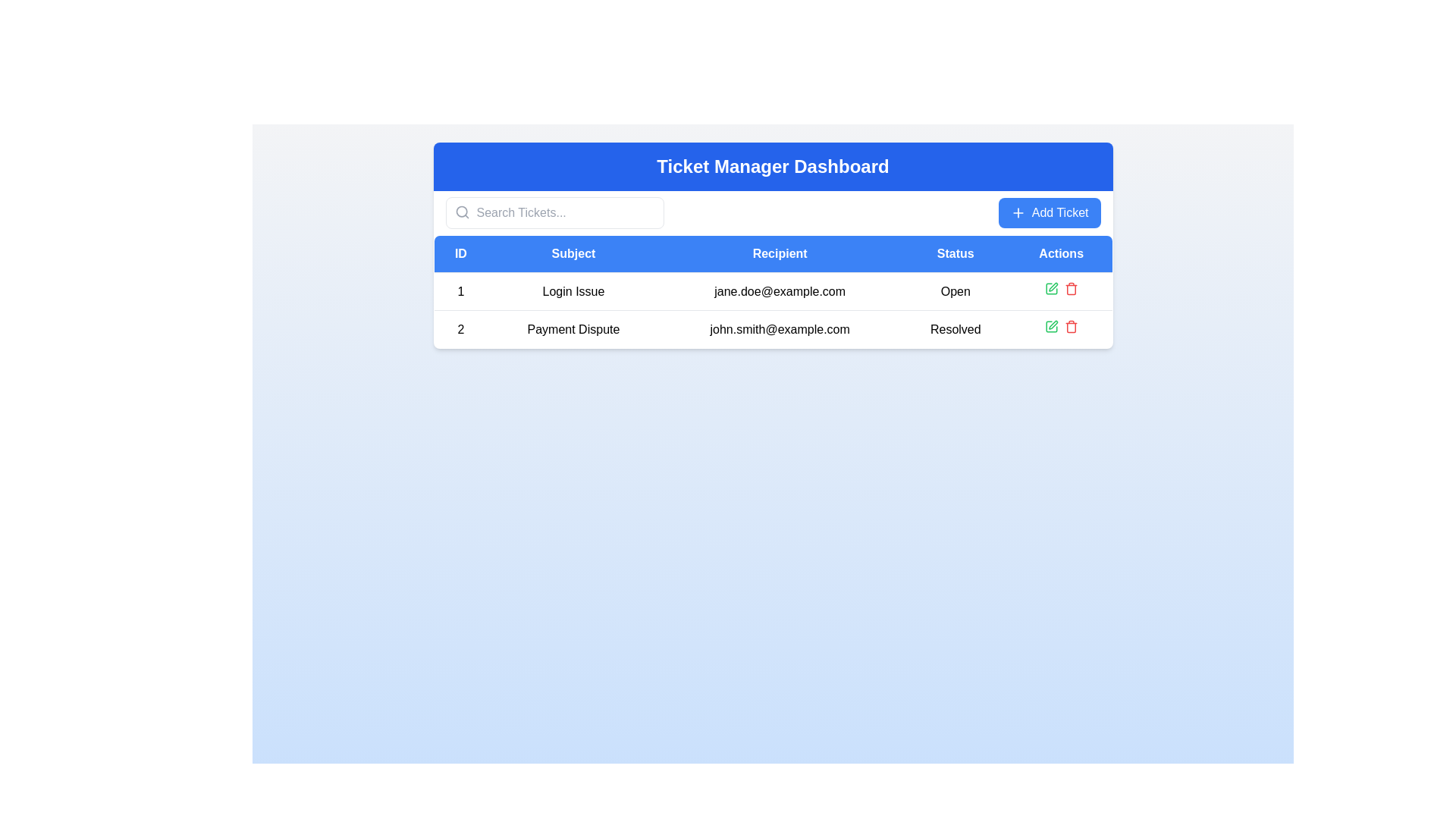  Describe the element at coordinates (1060, 291) in the screenshot. I see `the red 'delete' icon in the Actions cell of the 'Login Issue' ticket row` at that location.